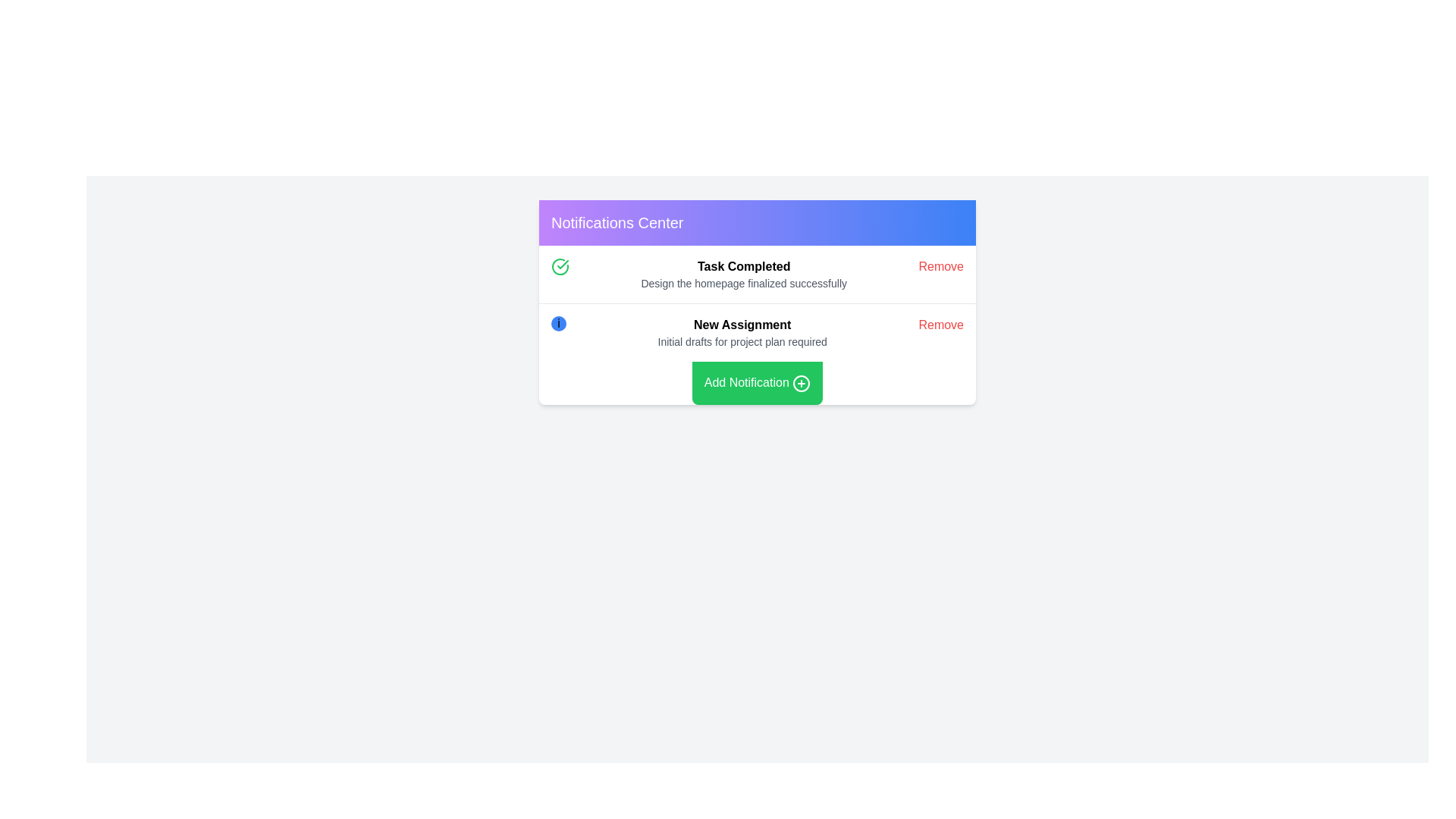 The height and width of the screenshot is (819, 1456). Describe the element at coordinates (744, 284) in the screenshot. I see `the supplementary description text label that elaborates on the completed task, located directly below the 'Task Completed' title in the notification box` at that location.